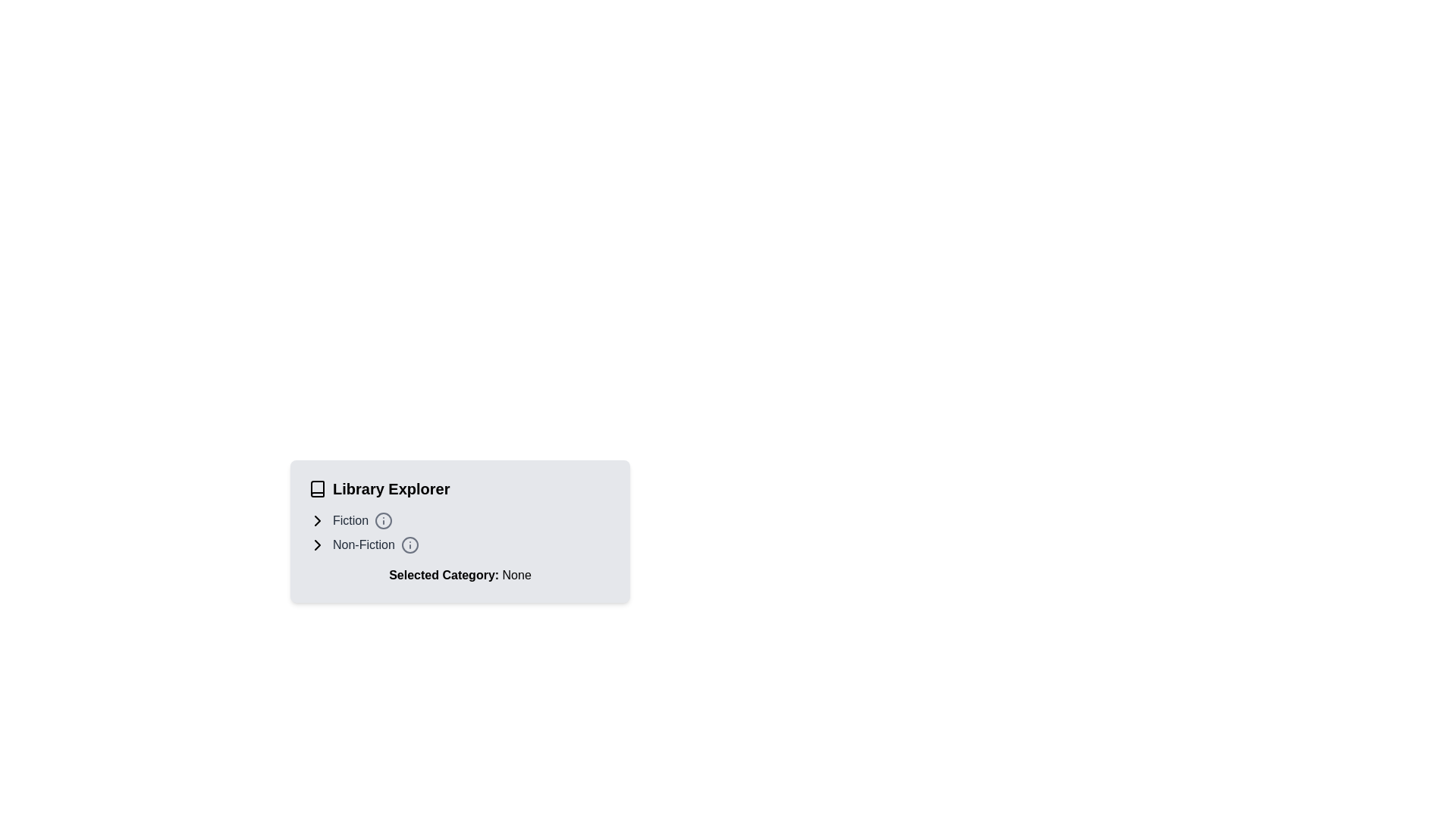  I want to click on the circular icon with an information symbol located immediately to the right of the label 'Fiction' in the 'Library Explorer' section, so click(384, 519).